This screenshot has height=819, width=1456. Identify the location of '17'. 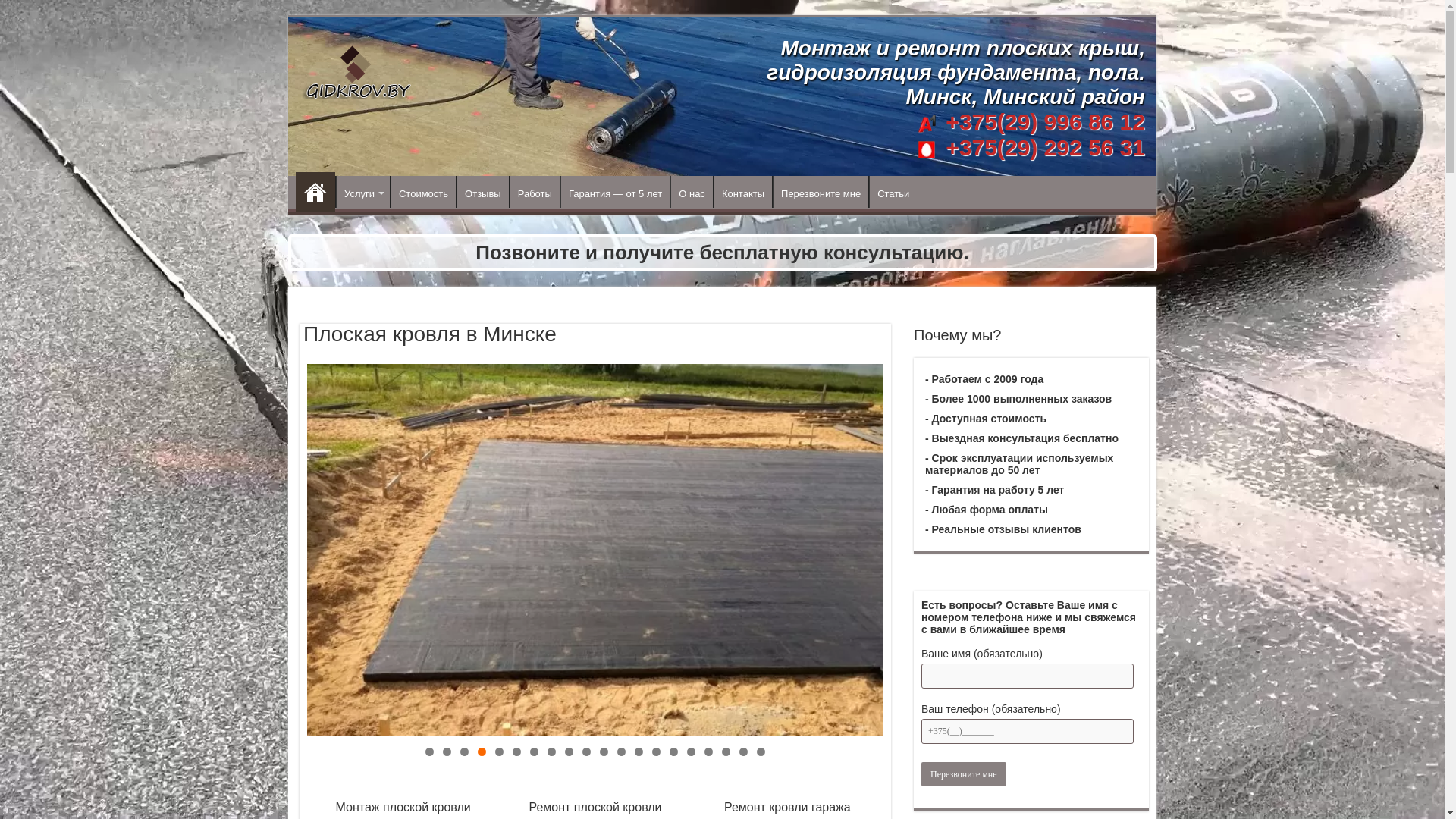
(708, 752).